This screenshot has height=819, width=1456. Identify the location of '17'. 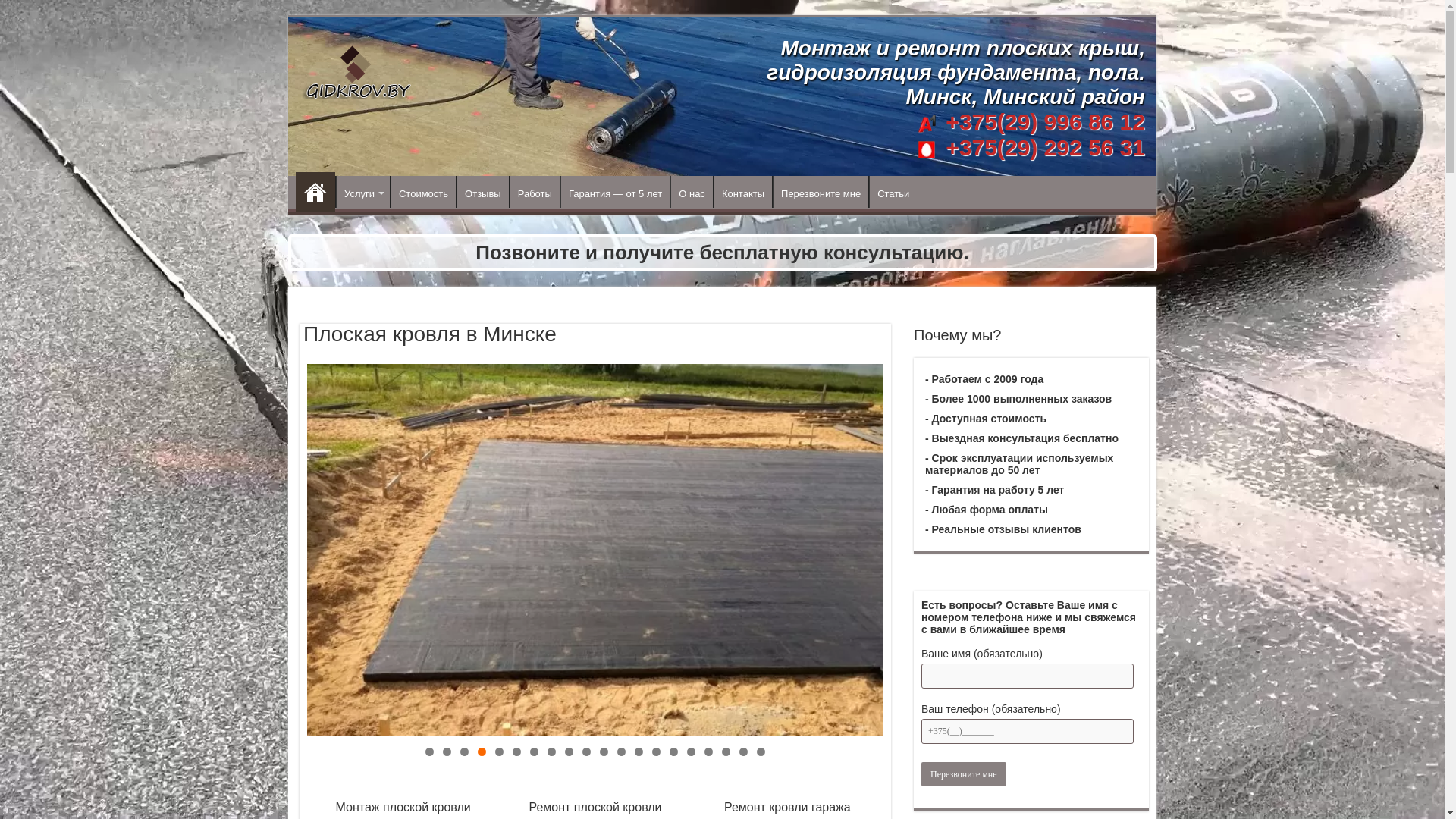
(708, 752).